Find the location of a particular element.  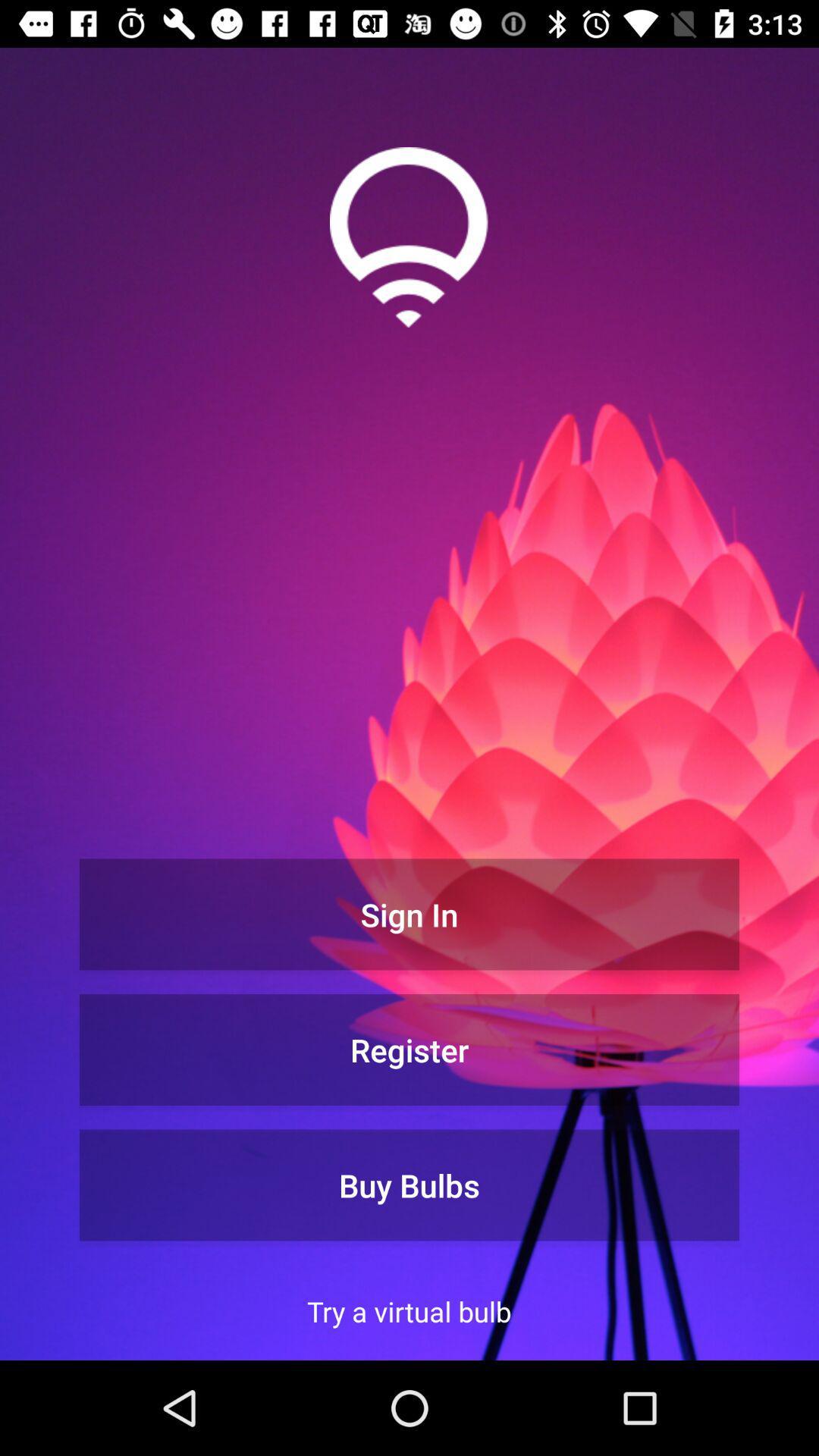

register button is located at coordinates (409, 1049).